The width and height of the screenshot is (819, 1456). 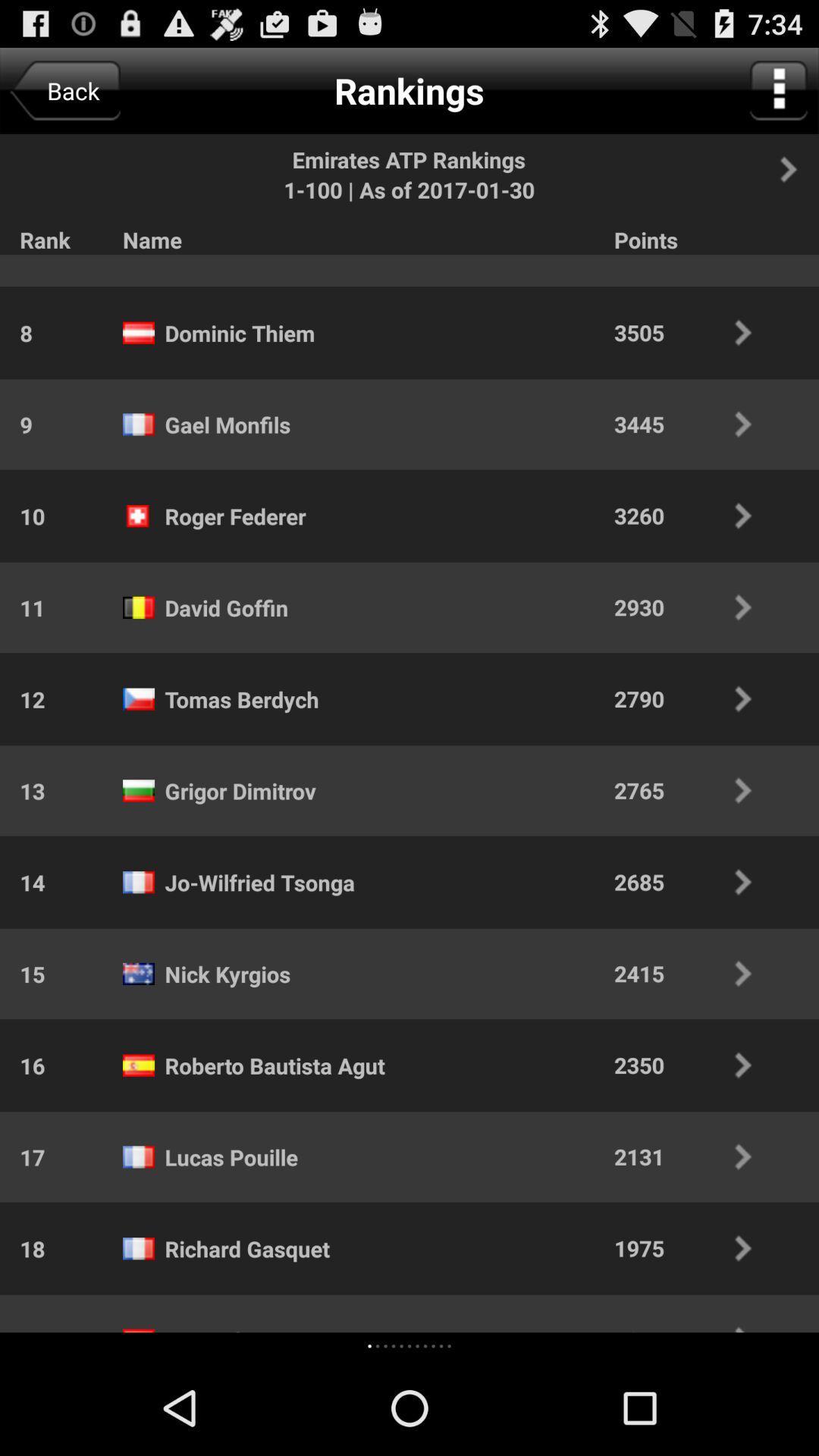 I want to click on item below the 2415 item, so click(x=693, y=1064).